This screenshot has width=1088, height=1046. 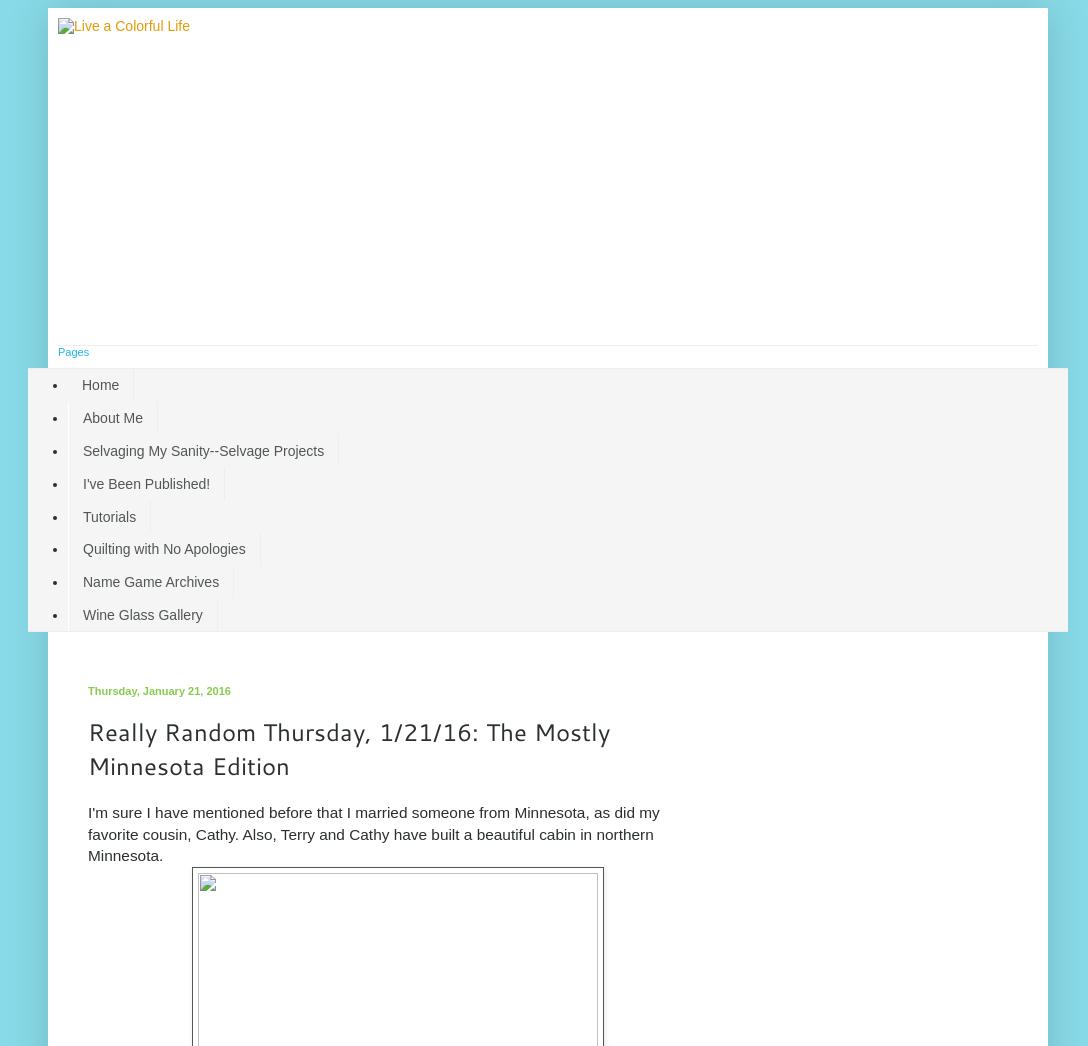 What do you see at coordinates (73, 350) in the screenshot?
I see `'Pages'` at bounding box center [73, 350].